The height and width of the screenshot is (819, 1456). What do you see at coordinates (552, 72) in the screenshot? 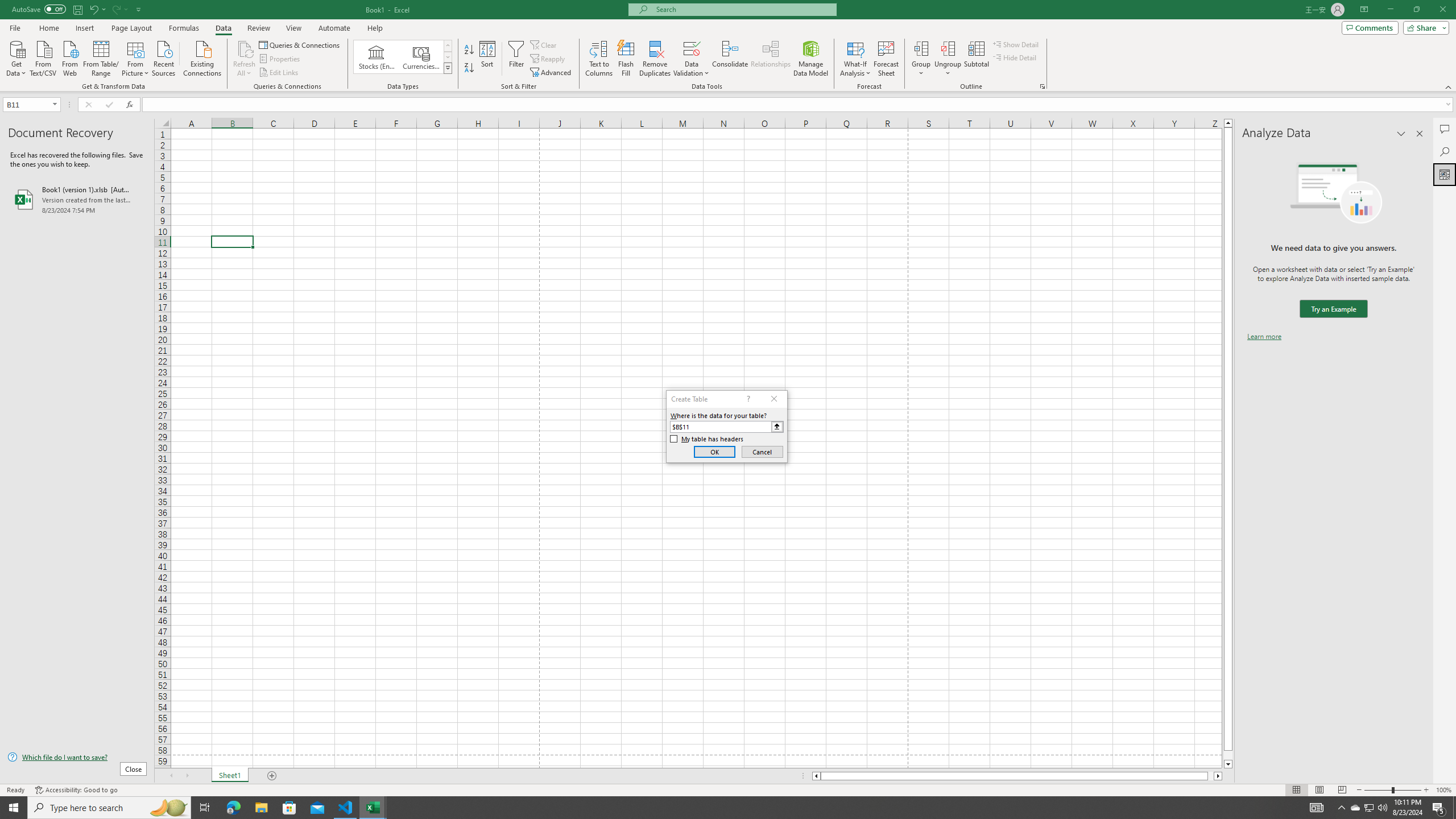
I see `'Advanced...'` at bounding box center [552, 72].